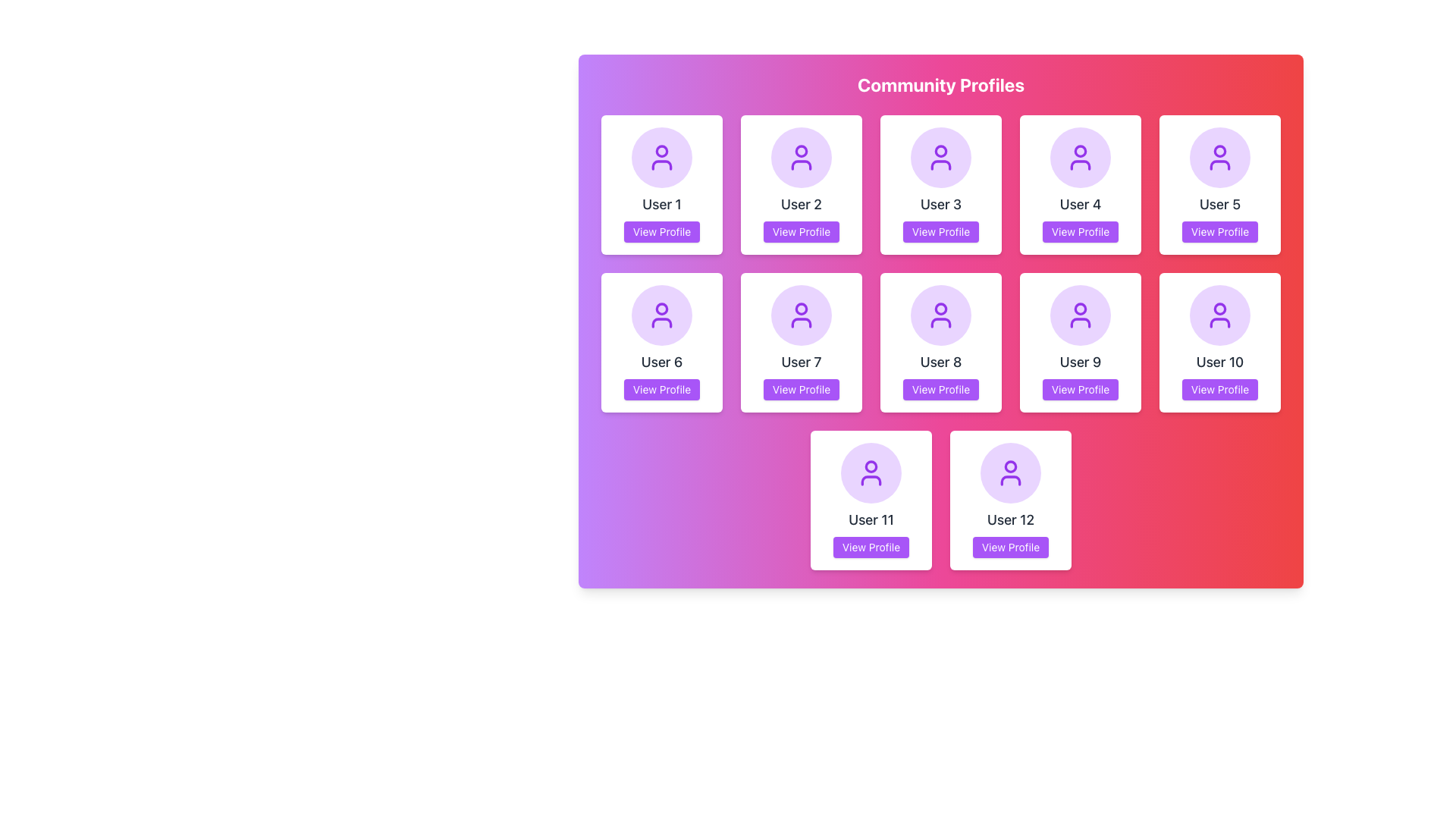  Describe the element at coordinates (1080, 315) in the screenshot. I see `the user profile icon representing 'User 9' located in the third row, second column of the user profile grid` at that location.